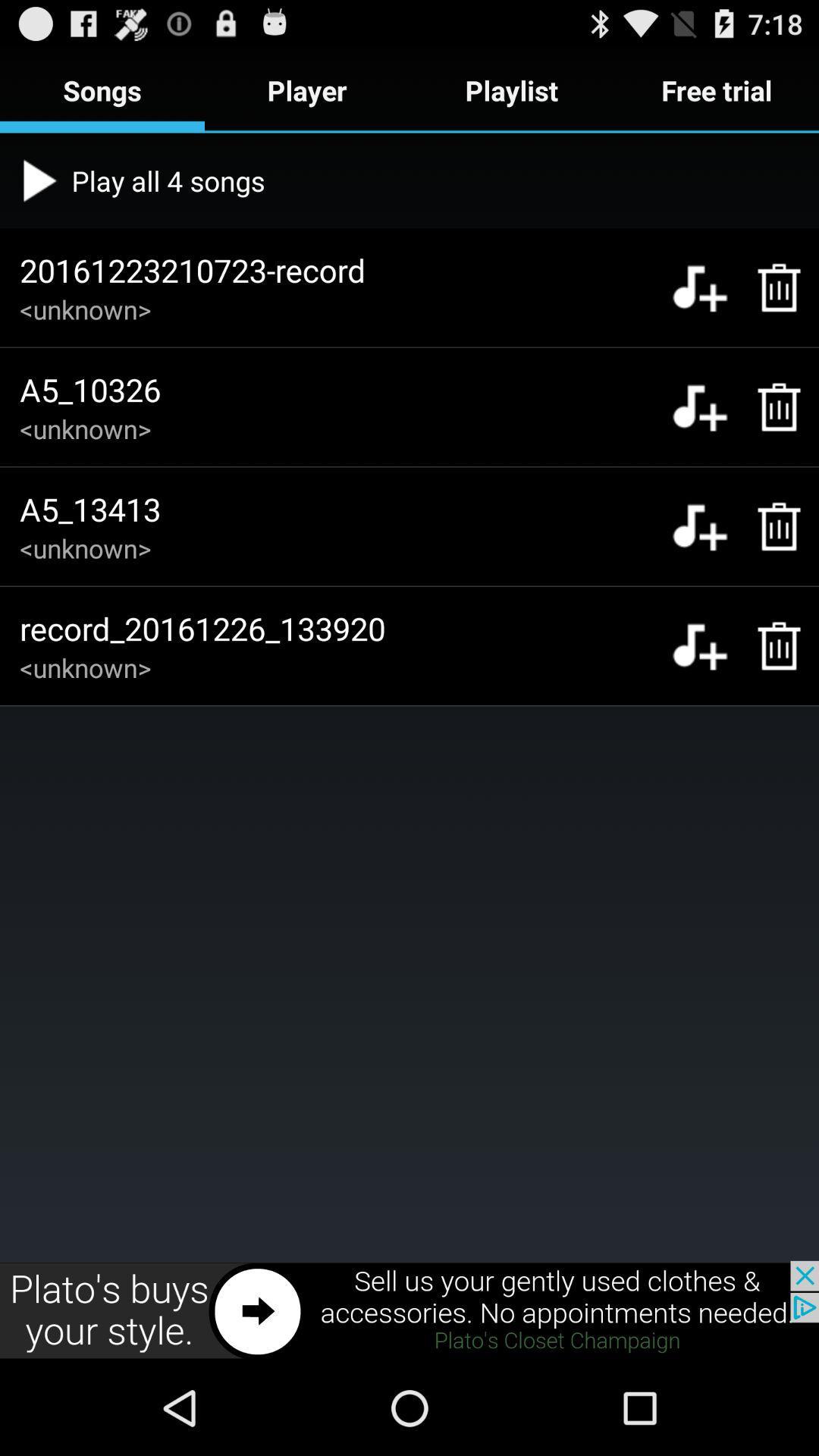  Describe the element at coordinates (699, 287) in the screenshot. I see `song to playlist` at that location.